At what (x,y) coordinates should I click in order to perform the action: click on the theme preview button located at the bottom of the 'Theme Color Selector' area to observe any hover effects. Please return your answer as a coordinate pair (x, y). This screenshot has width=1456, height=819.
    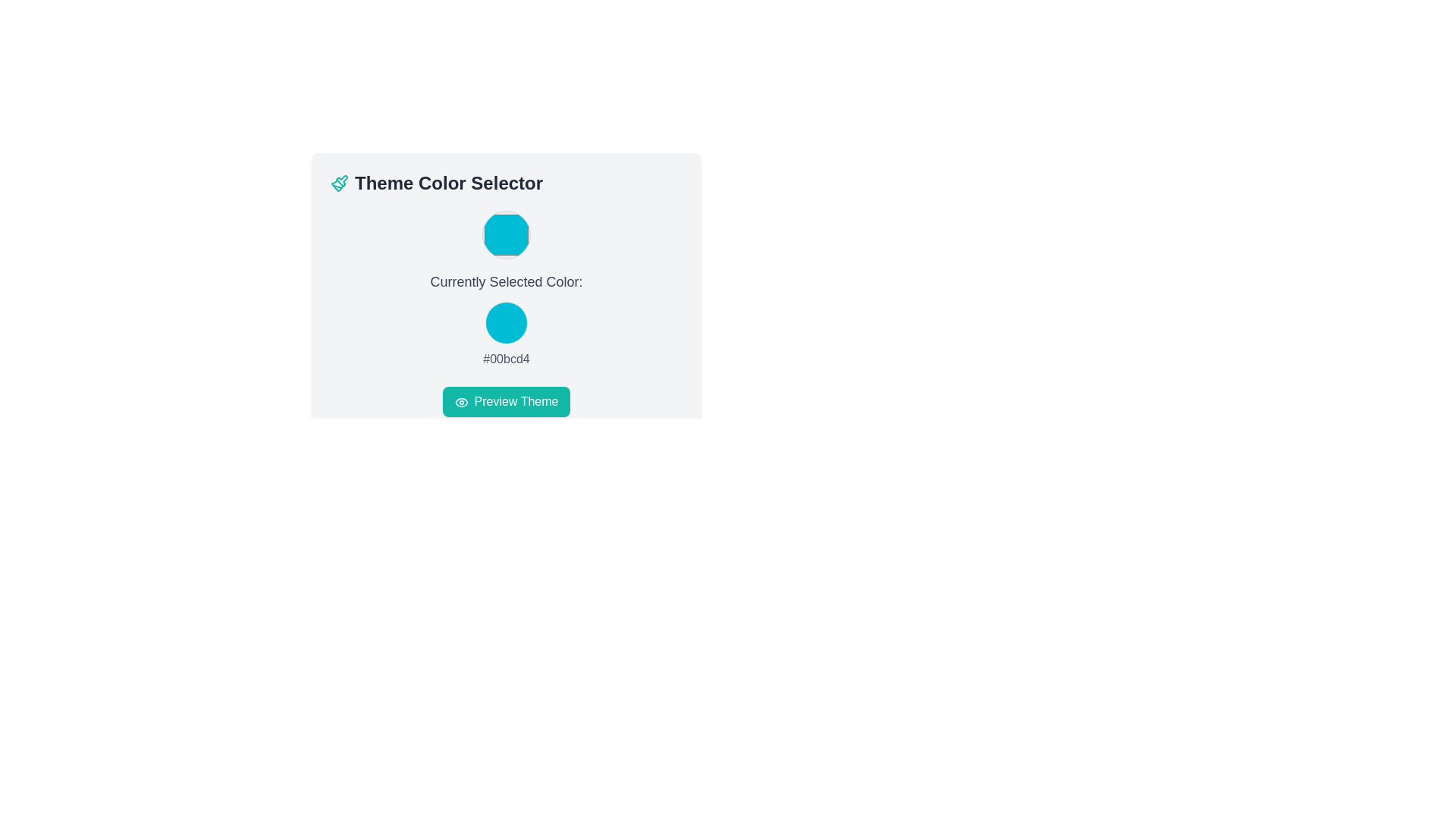
    Looking at the image, I should click on (506, 400).